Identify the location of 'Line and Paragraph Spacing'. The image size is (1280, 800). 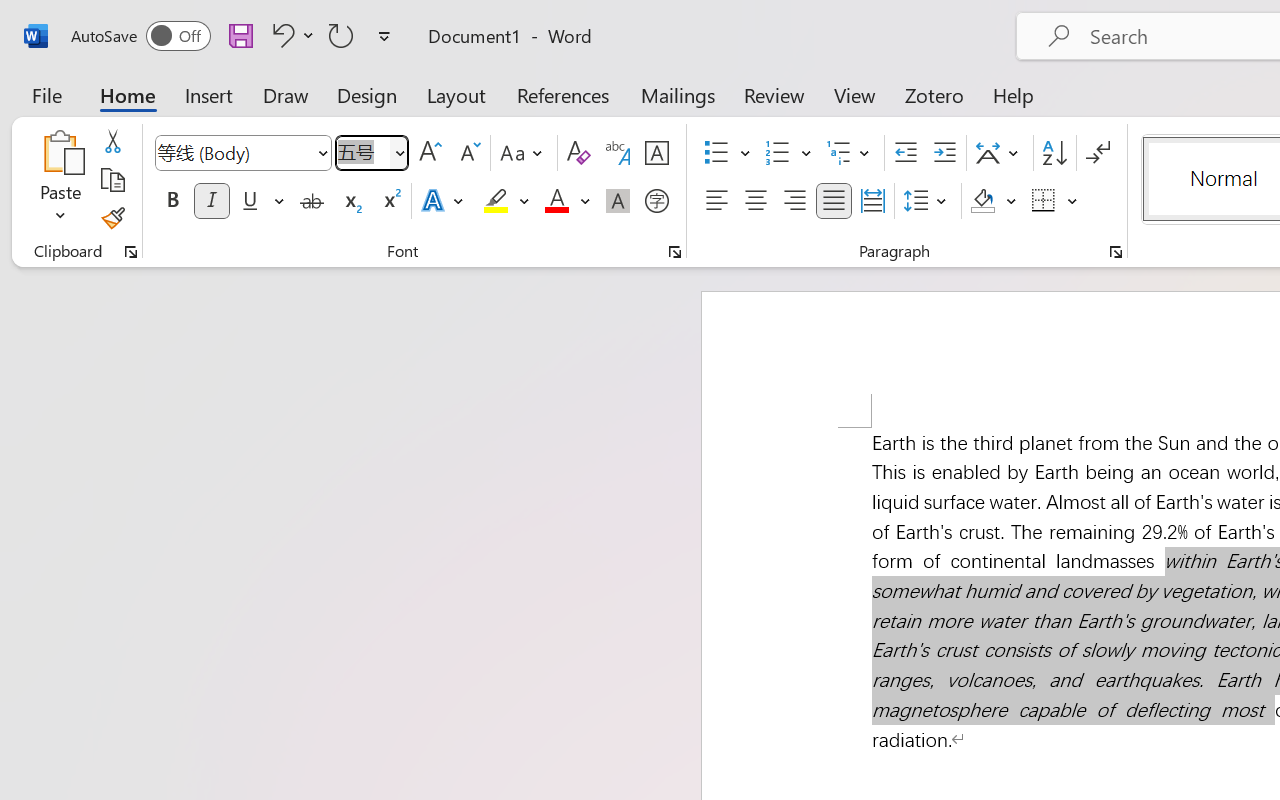
(927, 201).